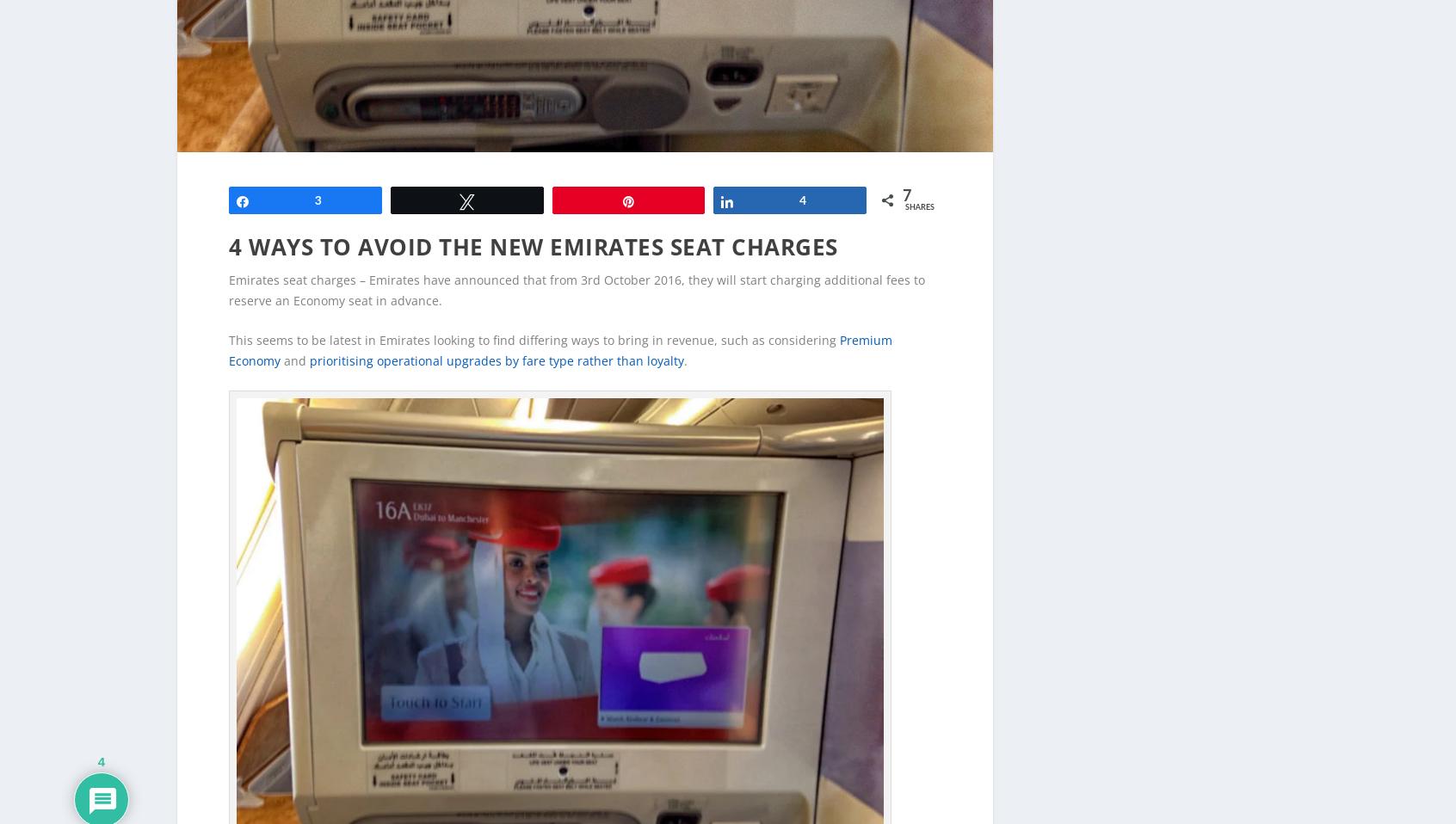  Describe the element at coordinates (496, 332) in the screenshot. I see `'prioritising operational upgrades by fare type rather than loyalty'` at that location.